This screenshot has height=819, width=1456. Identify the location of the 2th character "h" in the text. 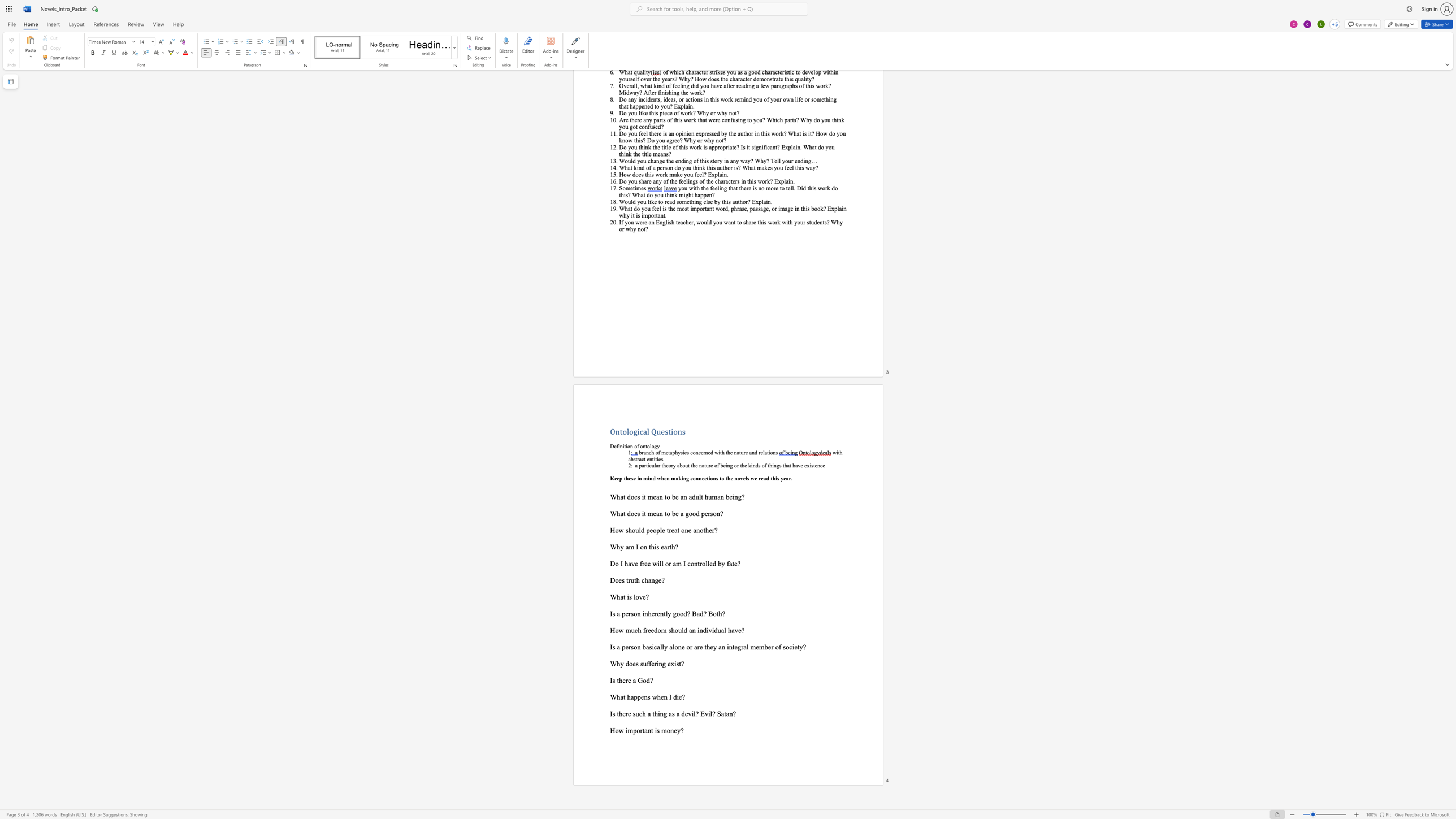
(645, 580).